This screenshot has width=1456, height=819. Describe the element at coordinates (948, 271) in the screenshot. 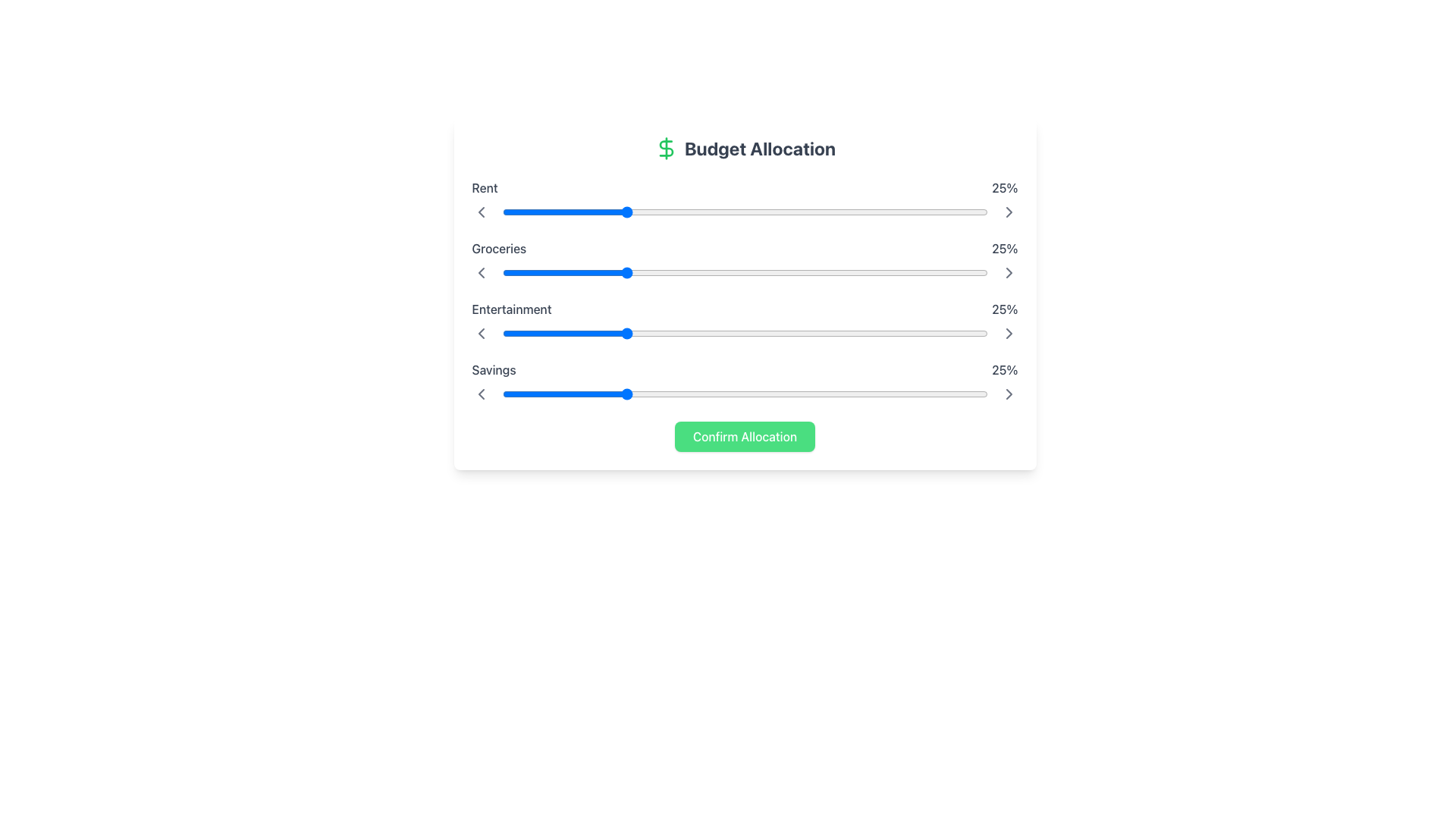

I see `the groceries allocation percentage` at that location.